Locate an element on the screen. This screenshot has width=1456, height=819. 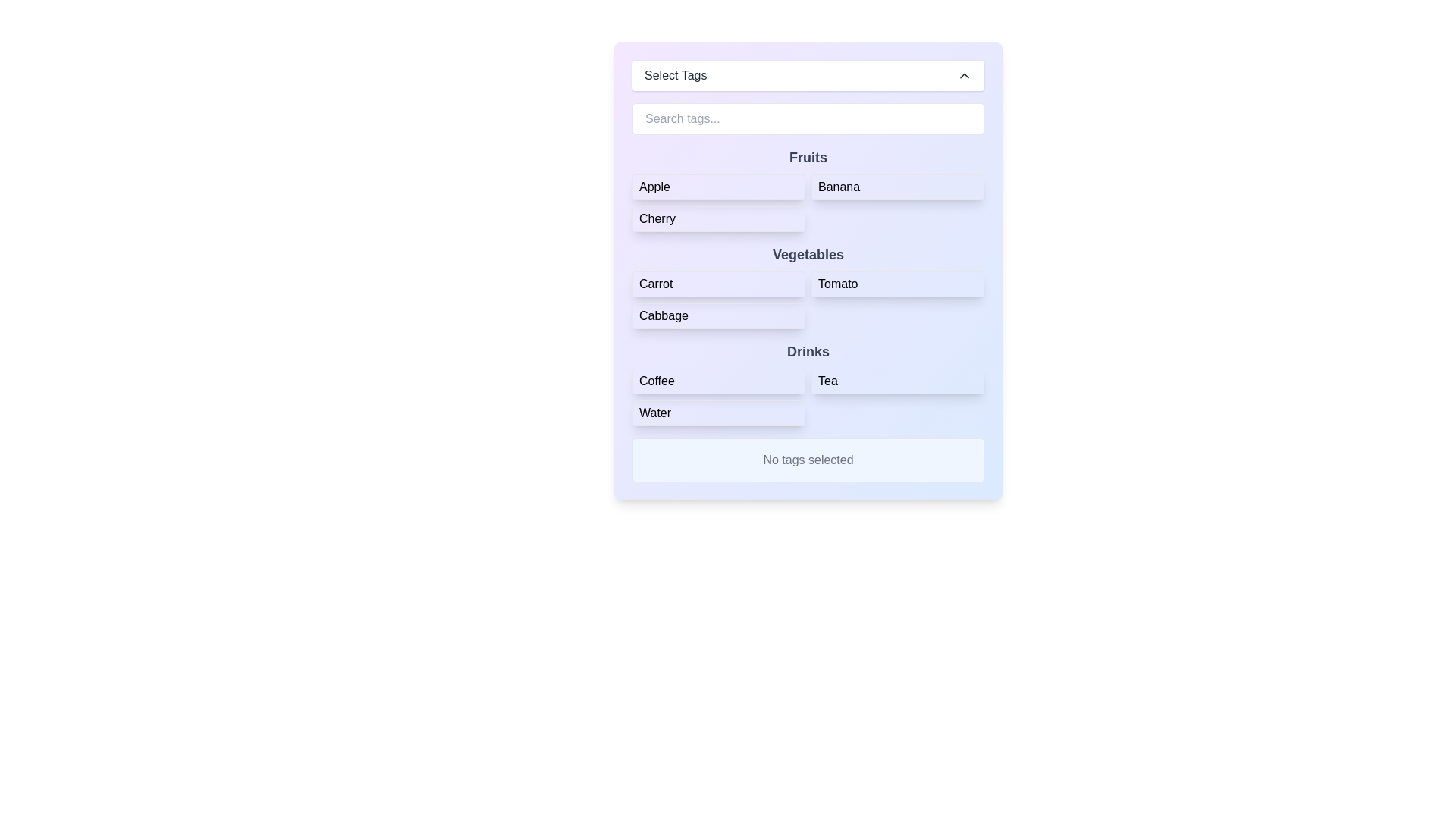
the section header labeled 'Drinks' which categorizes the items 'Coffee', 'Tea', and 'Water' below it, located on the right side of the interface is located at coordinates (807, 351).